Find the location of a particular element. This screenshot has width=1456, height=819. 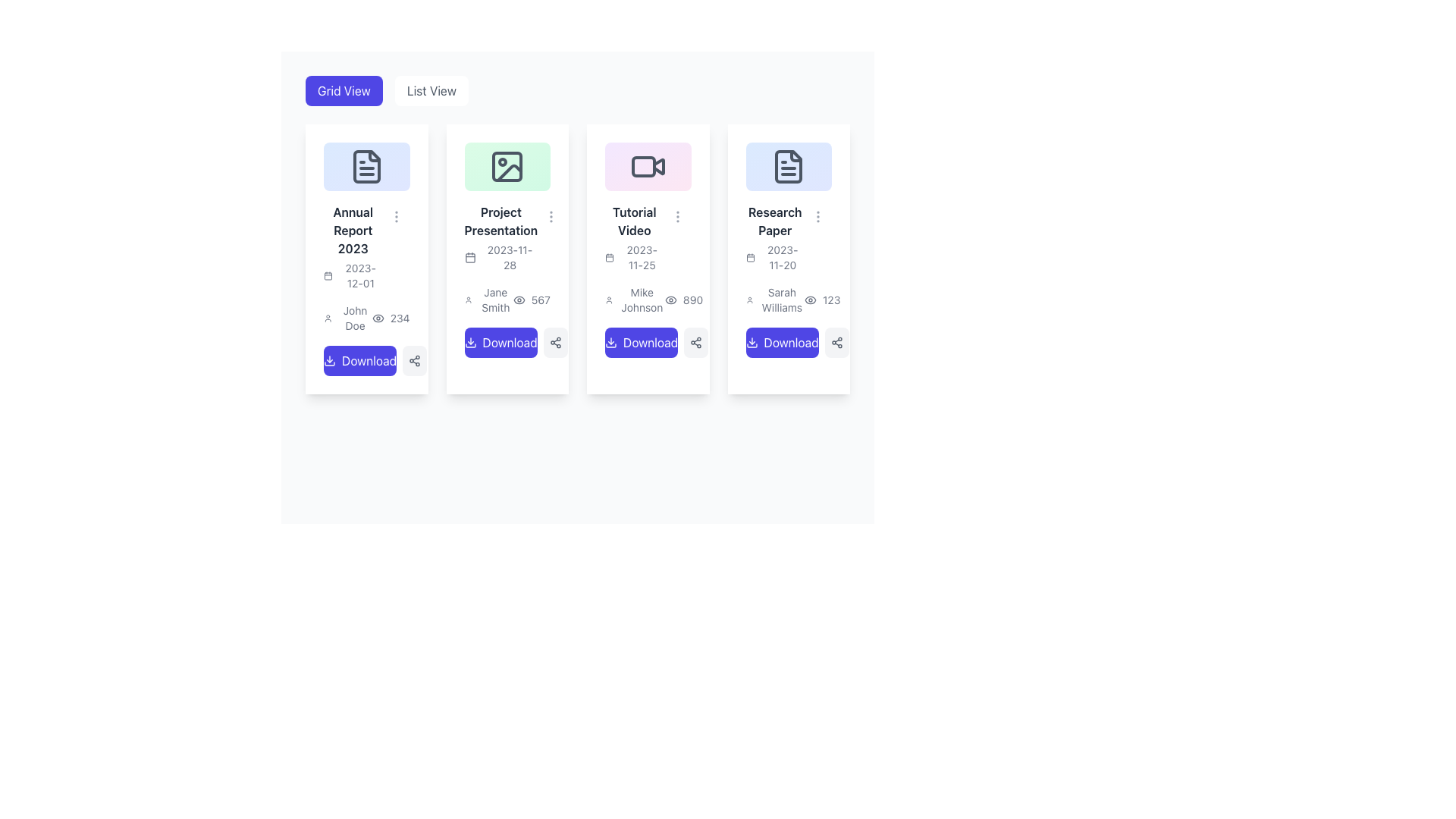

the numeral displayed next to the eye icon in the 'Research Paper' card for user 'Sarah Williams' is located at coordinates (821, 300).